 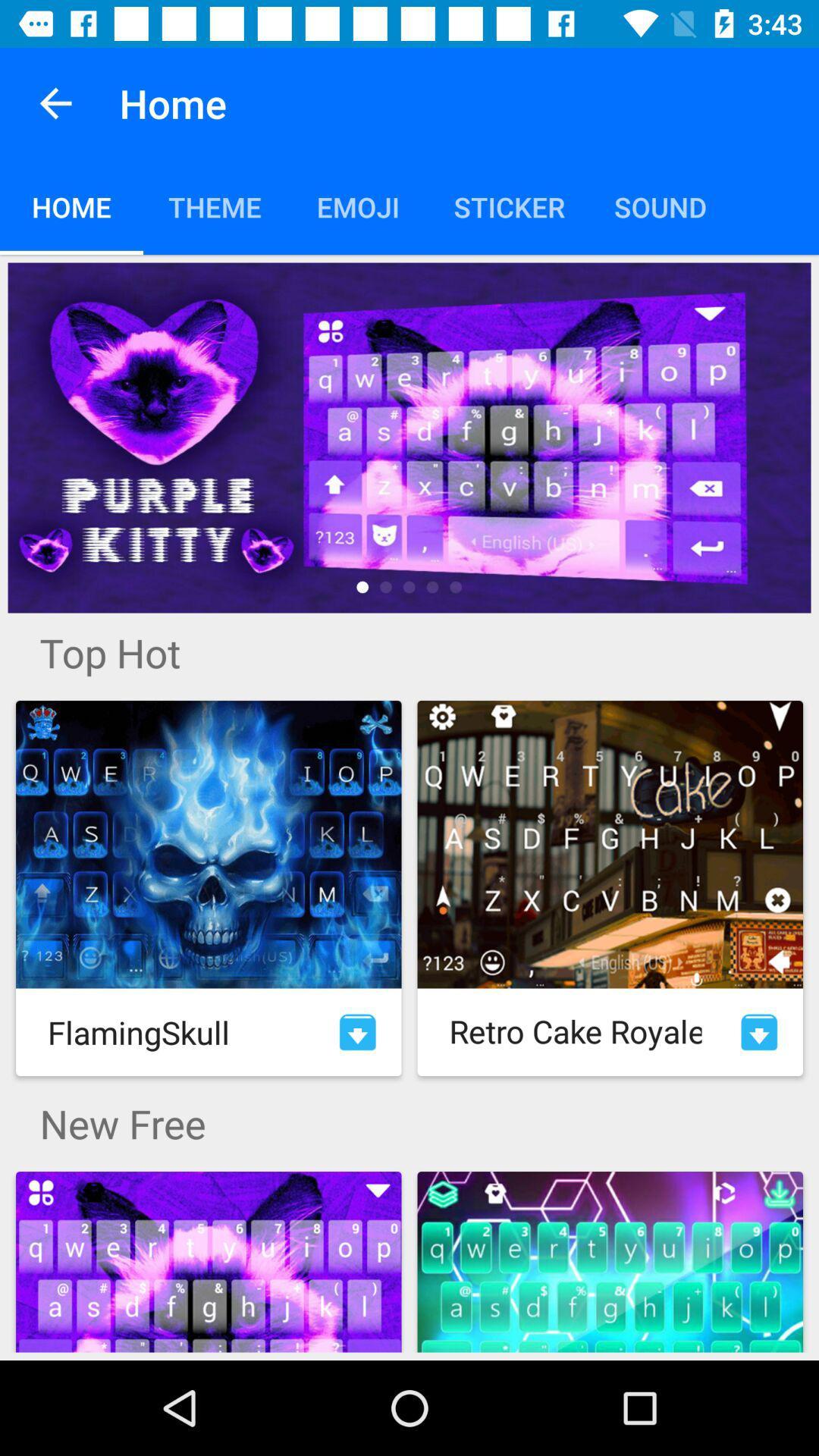 What do you see at coordinates (55, 102) in the screenshot?
I see `item above home` at bounding box center [55, 102].